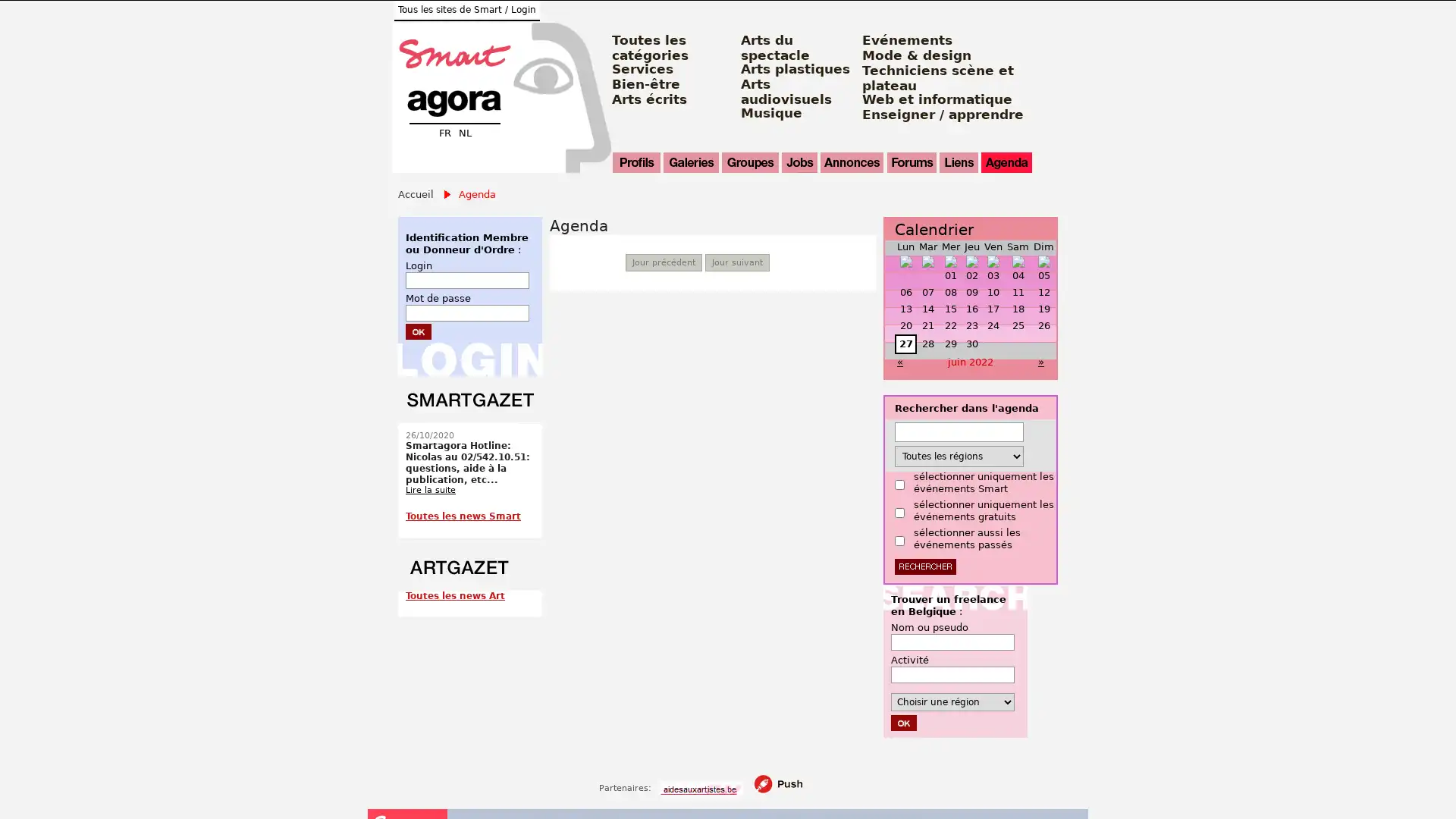 This screenshot has height=819, width=1456. I want to click on Rechercher, so click(925, 566).